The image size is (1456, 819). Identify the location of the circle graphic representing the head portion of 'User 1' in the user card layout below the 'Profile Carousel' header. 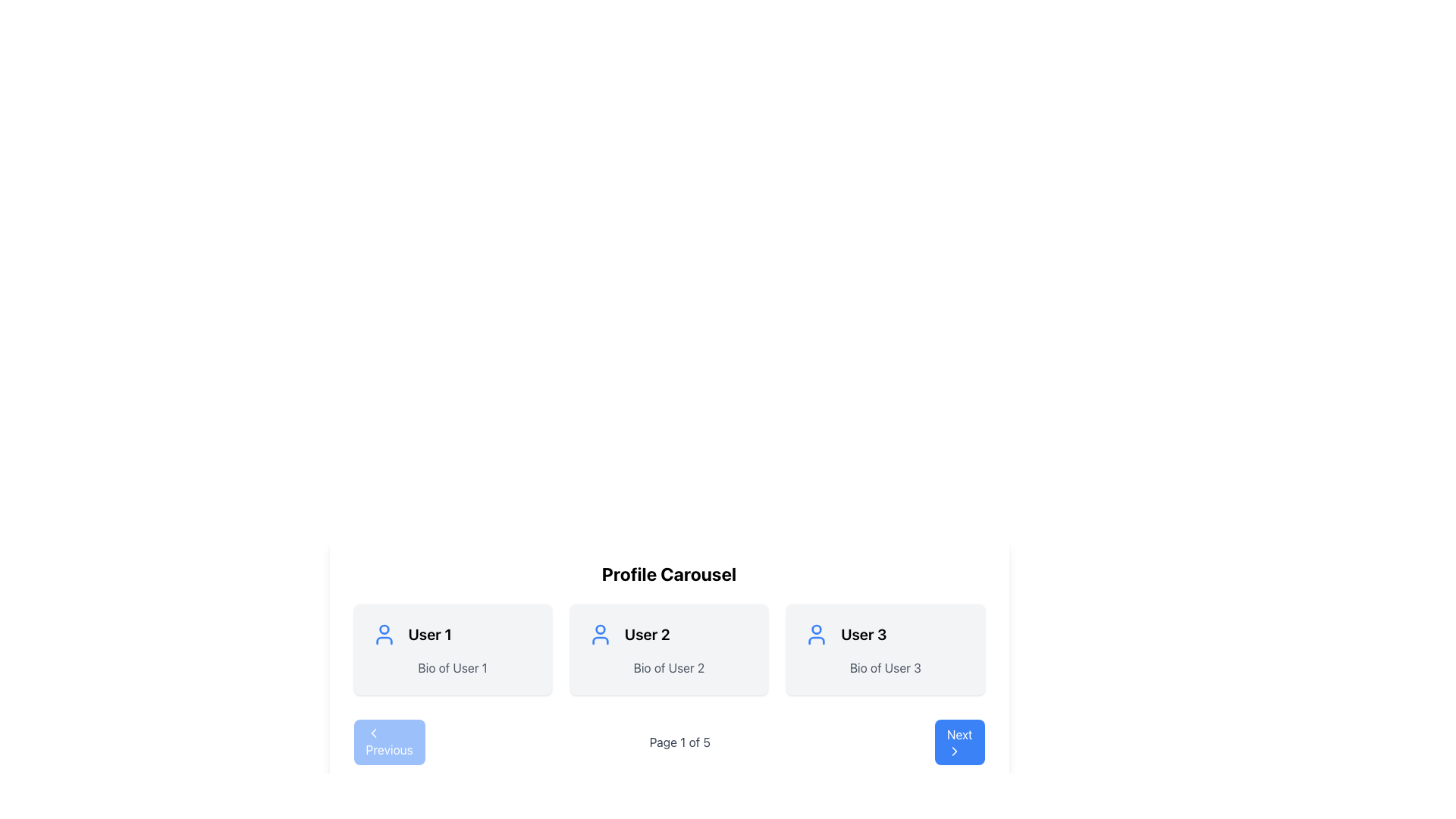
(384, 629).